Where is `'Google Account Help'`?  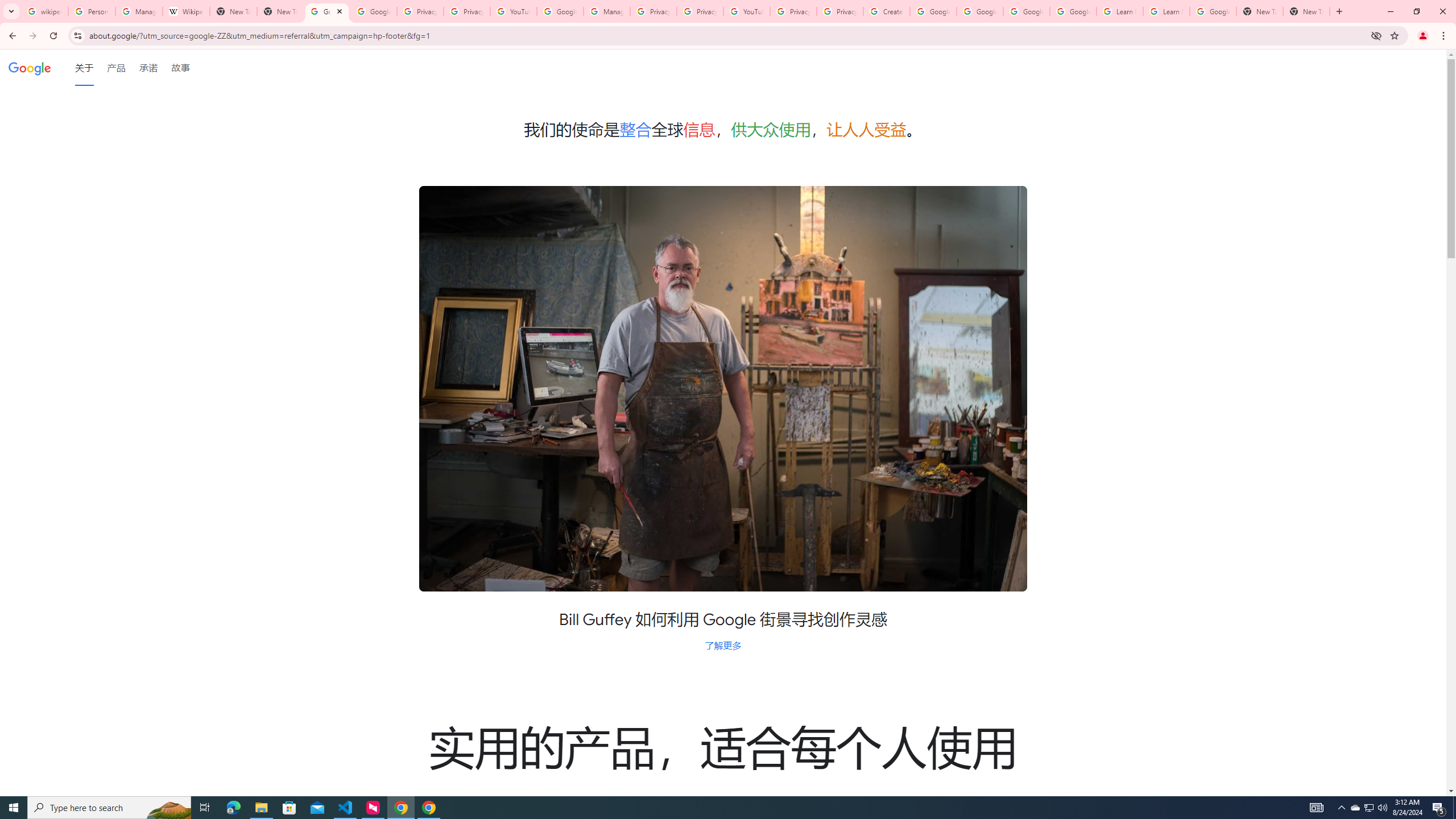
'Google Account Help' is located at coordinates (1027, 11).